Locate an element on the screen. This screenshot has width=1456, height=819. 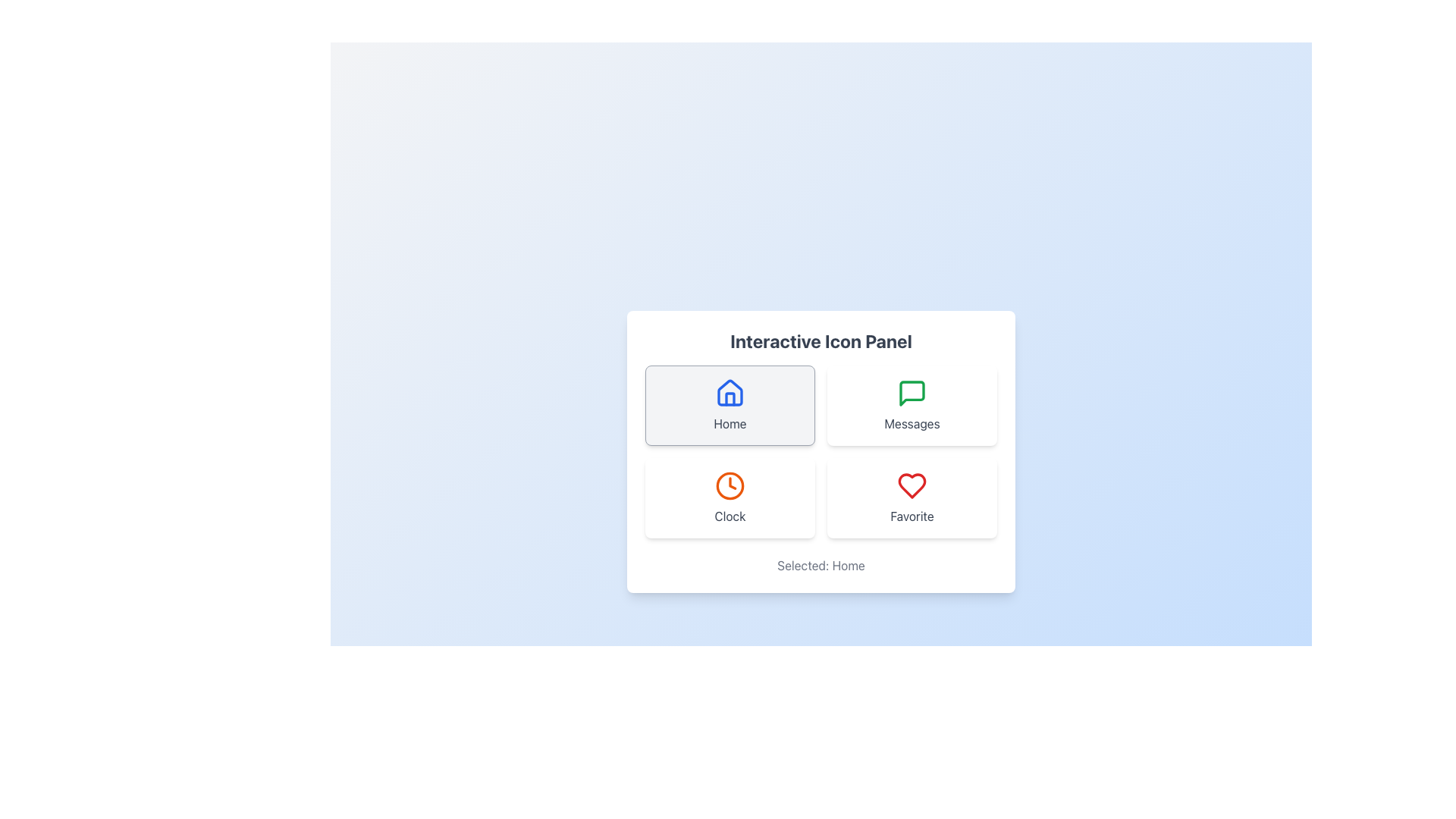
the Text label located at the bottom of the 'Favorite' card, which identifies the card's purpose related to the 'Favorite' functionality is located at coordinates (912, 516).